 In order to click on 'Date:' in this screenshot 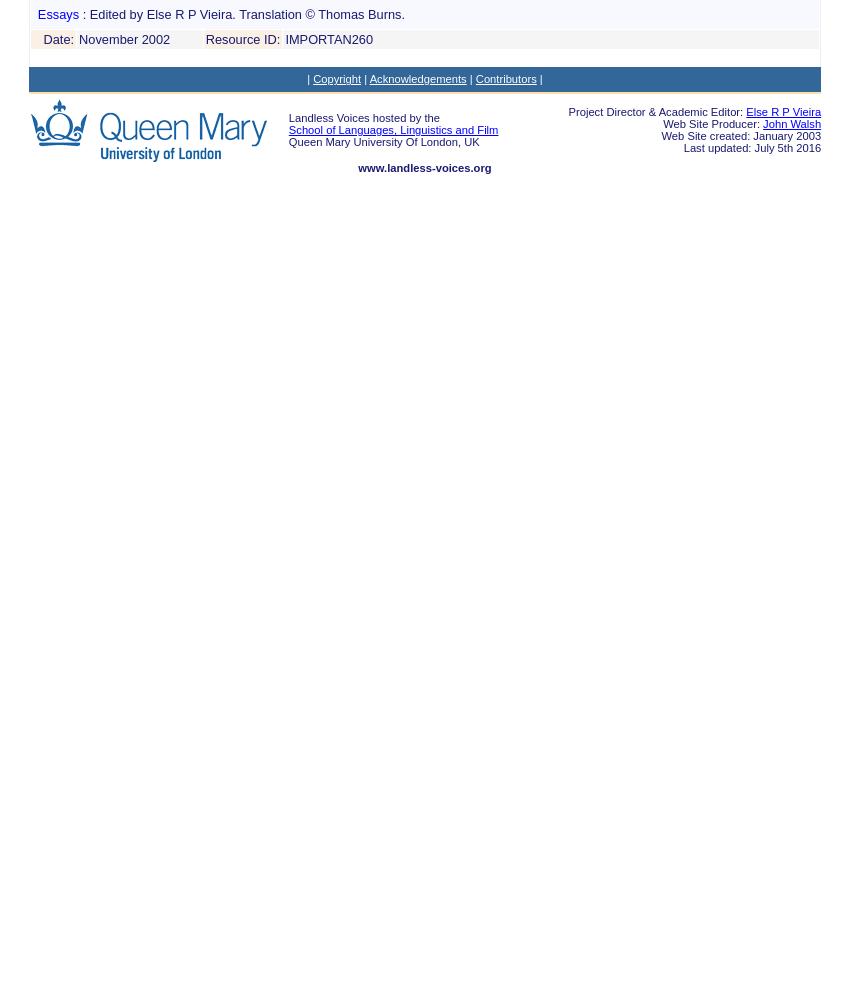, I will do `click(58, 38)`.